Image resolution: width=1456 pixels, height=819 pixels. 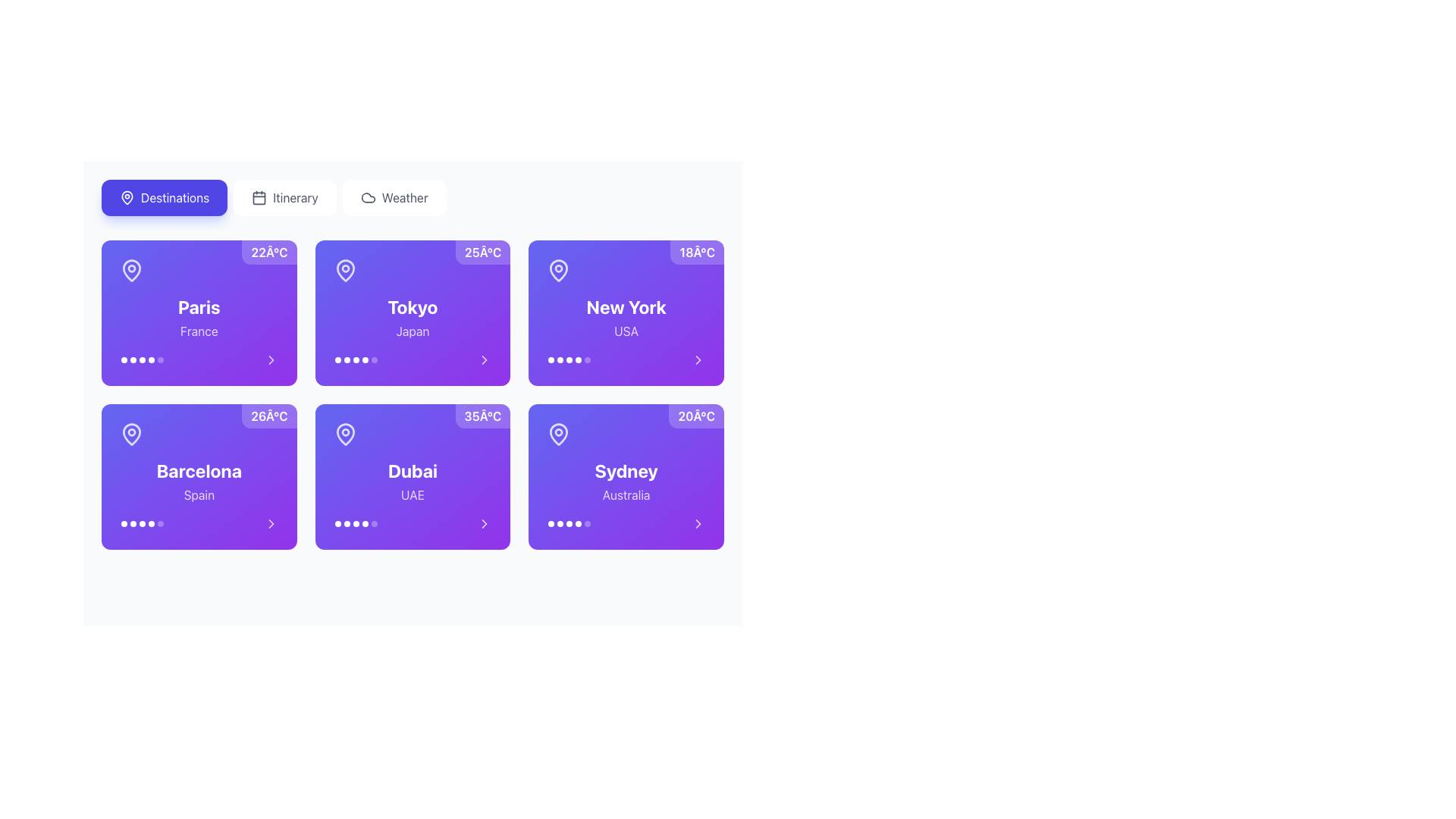 I want to click on the static text label indicating the country associated with the city 'Barcelona', located directly below the 'Barcelona' label within its card, so click(x=198, y=494).